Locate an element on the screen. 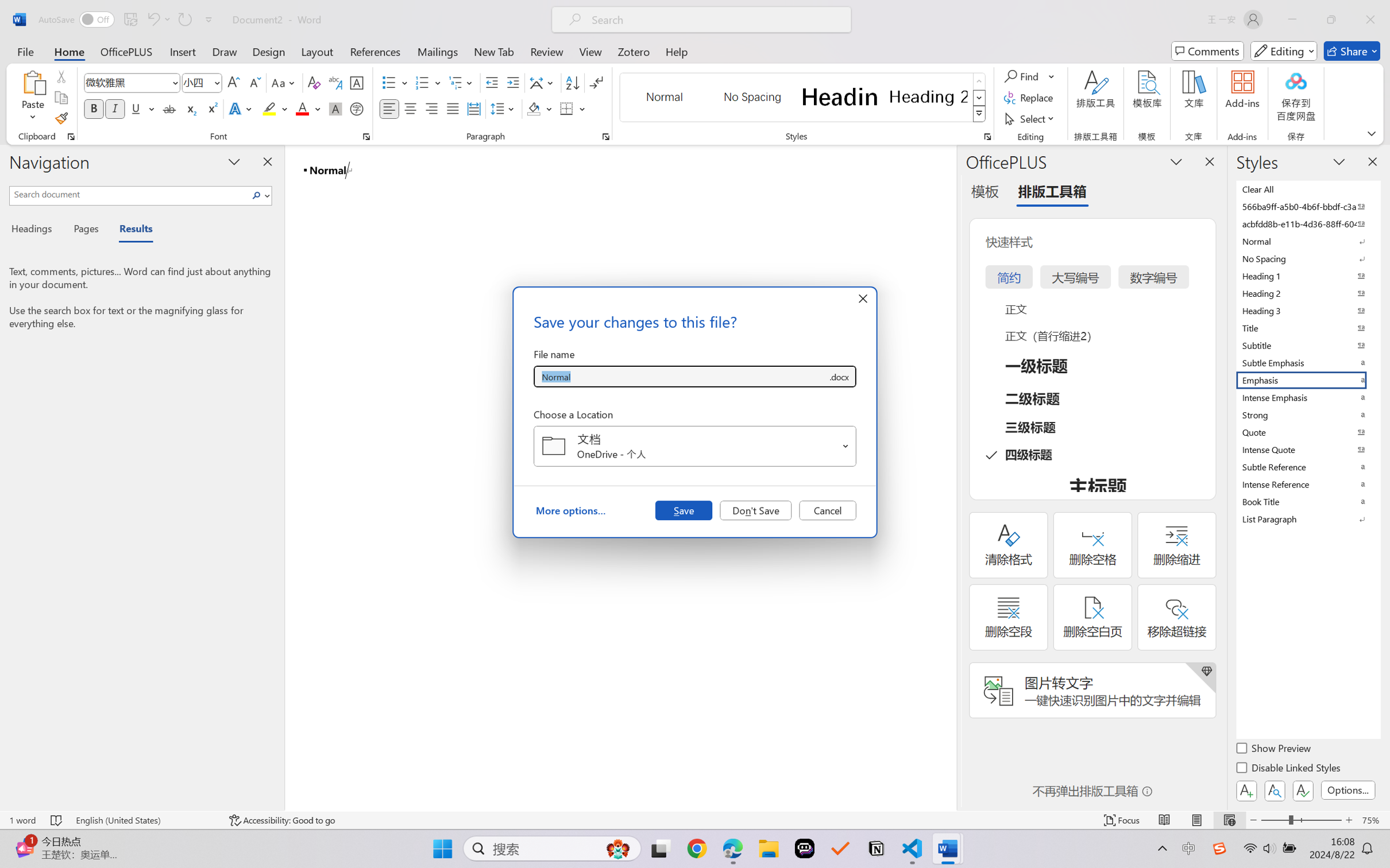 The height and width of the screenshot is (868, 1390). 'Bold' is located at coordinates (94, 108).